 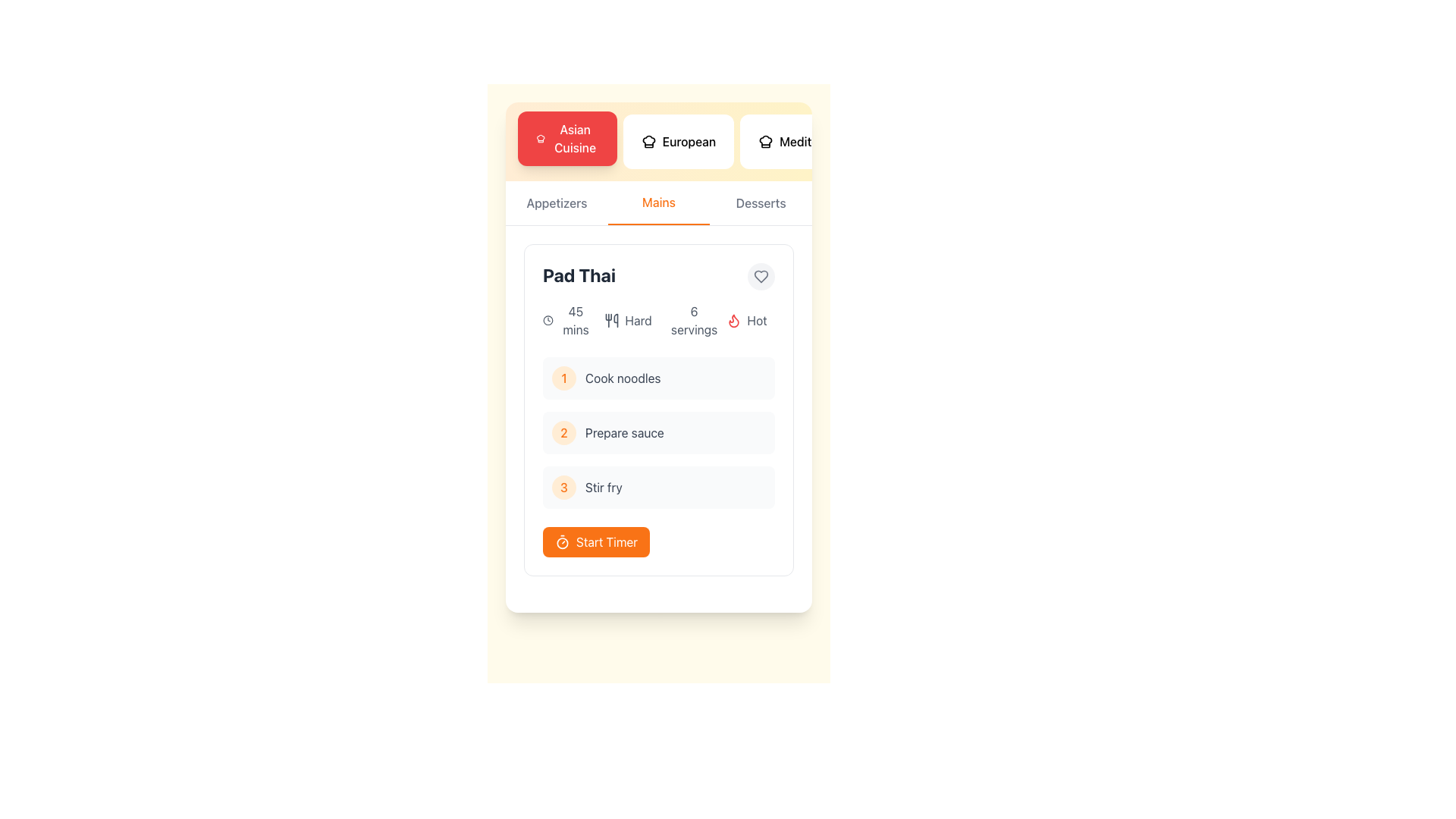 I want to click on the timer icon located in the 'Start Timer' button at the bottom of the Pad Thai recipe card, so click(x=562, y=541).